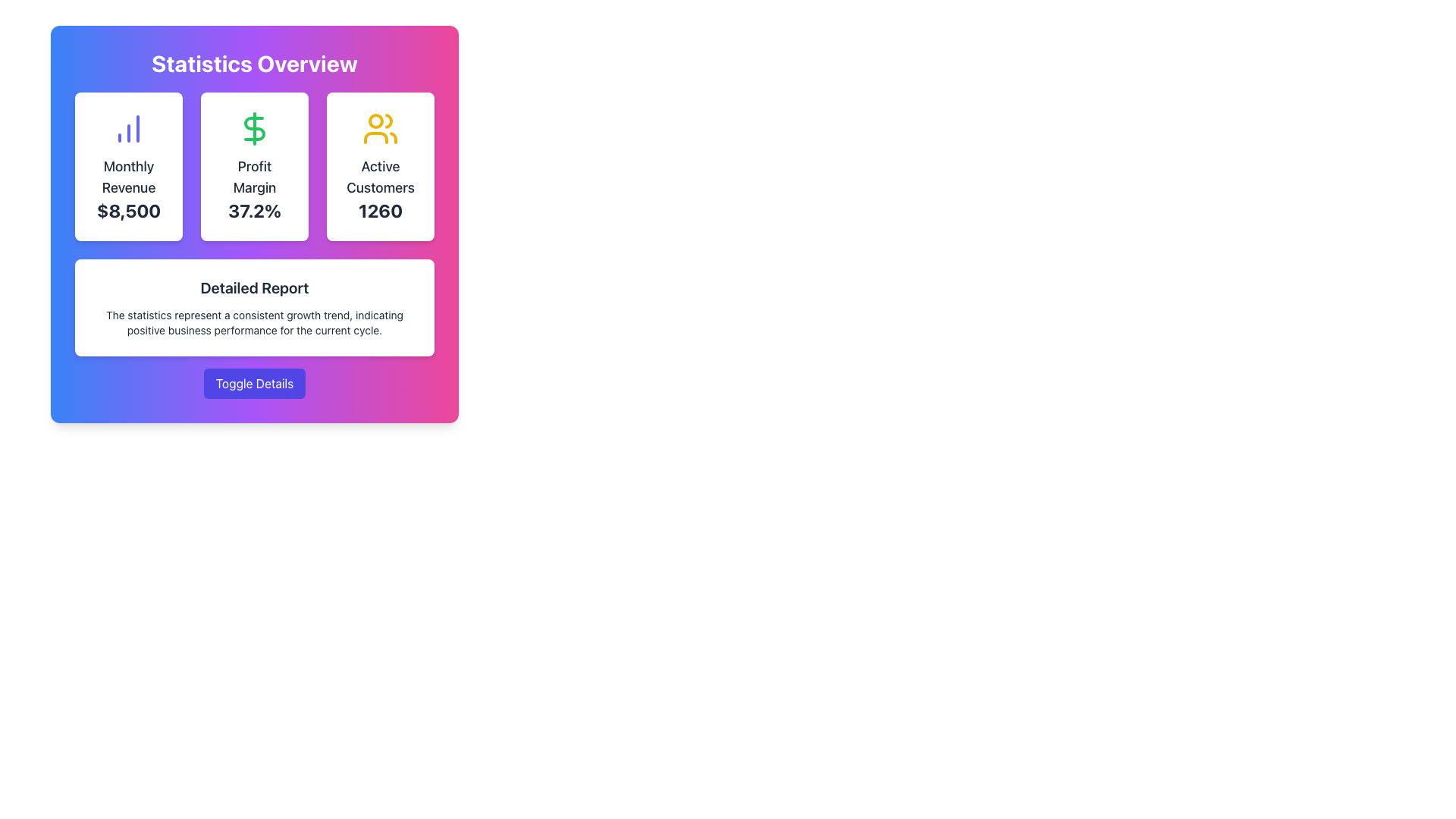 This screenshot has width=1456, height=819. Describe the element at coordinates (255, 210) in the screenshot. I see `the text display showing the percentage '37.2%' in bold, large font, which is centered in the 'Profit Margin' card` at that location.